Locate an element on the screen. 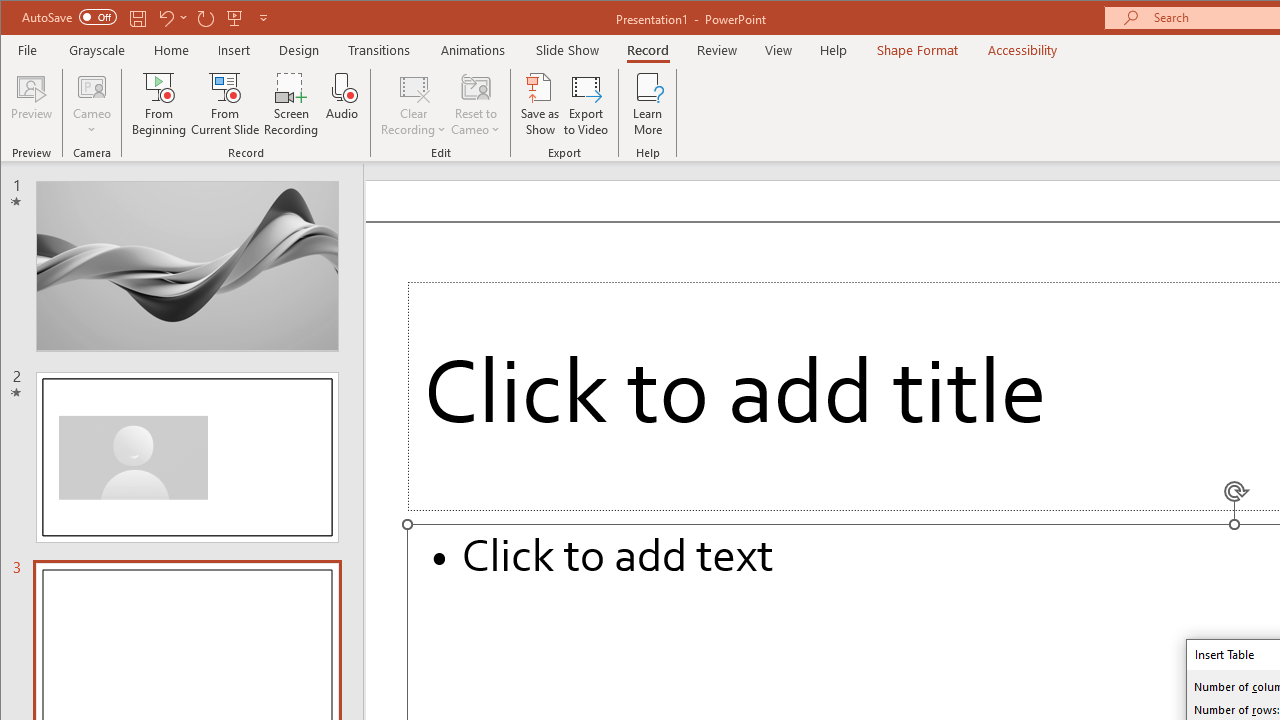 Image resolution: width=1280 pixels, height=720 pixels. 'Audio' is located at coordinates (342, 104).